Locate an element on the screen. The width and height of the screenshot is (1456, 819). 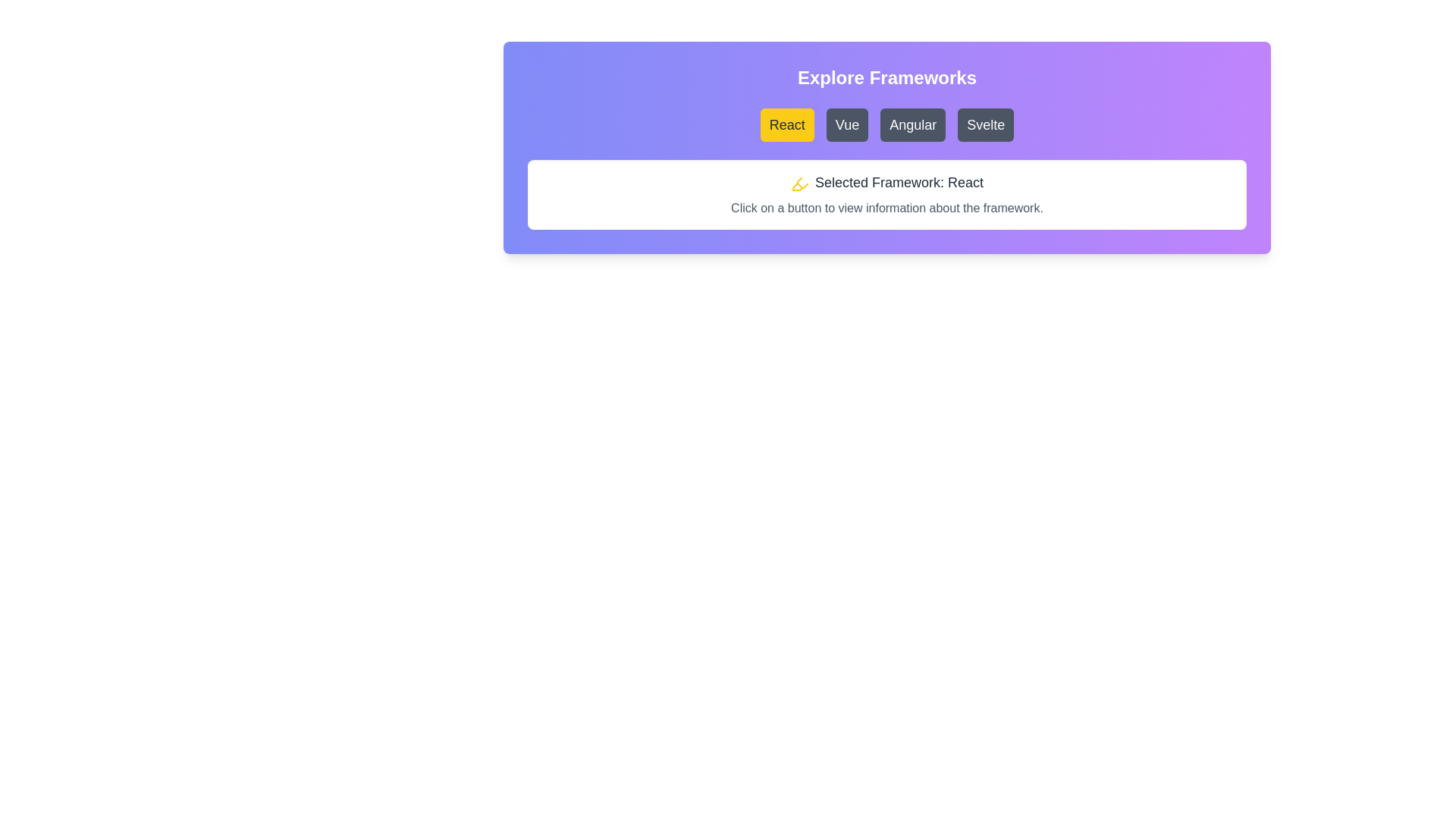
the second button labeled 'Vue' is located at coordinates (846, 124).